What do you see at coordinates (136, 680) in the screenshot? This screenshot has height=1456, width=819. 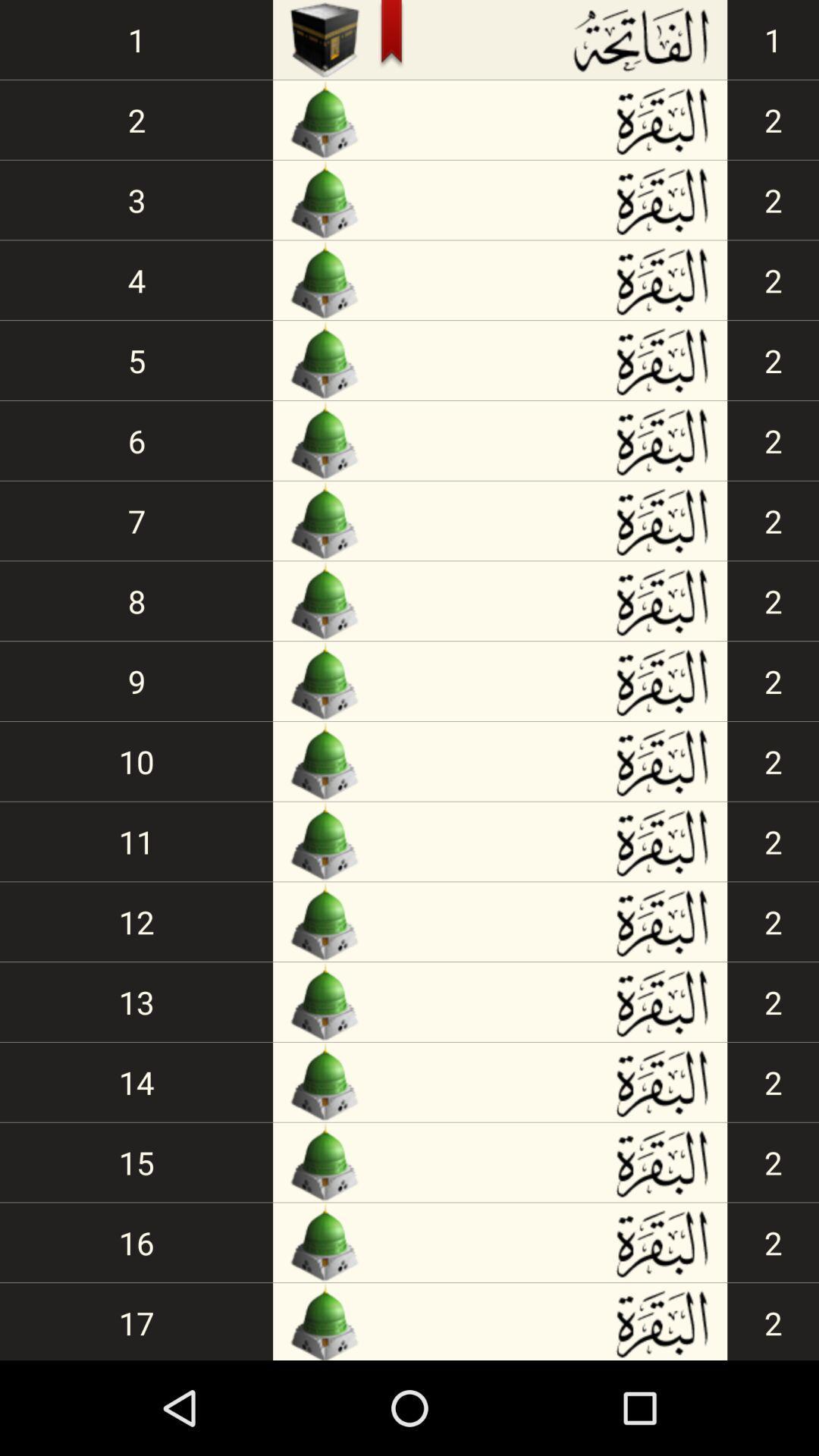 I see `icon below the 8 item` at bounding box center [136, 680].